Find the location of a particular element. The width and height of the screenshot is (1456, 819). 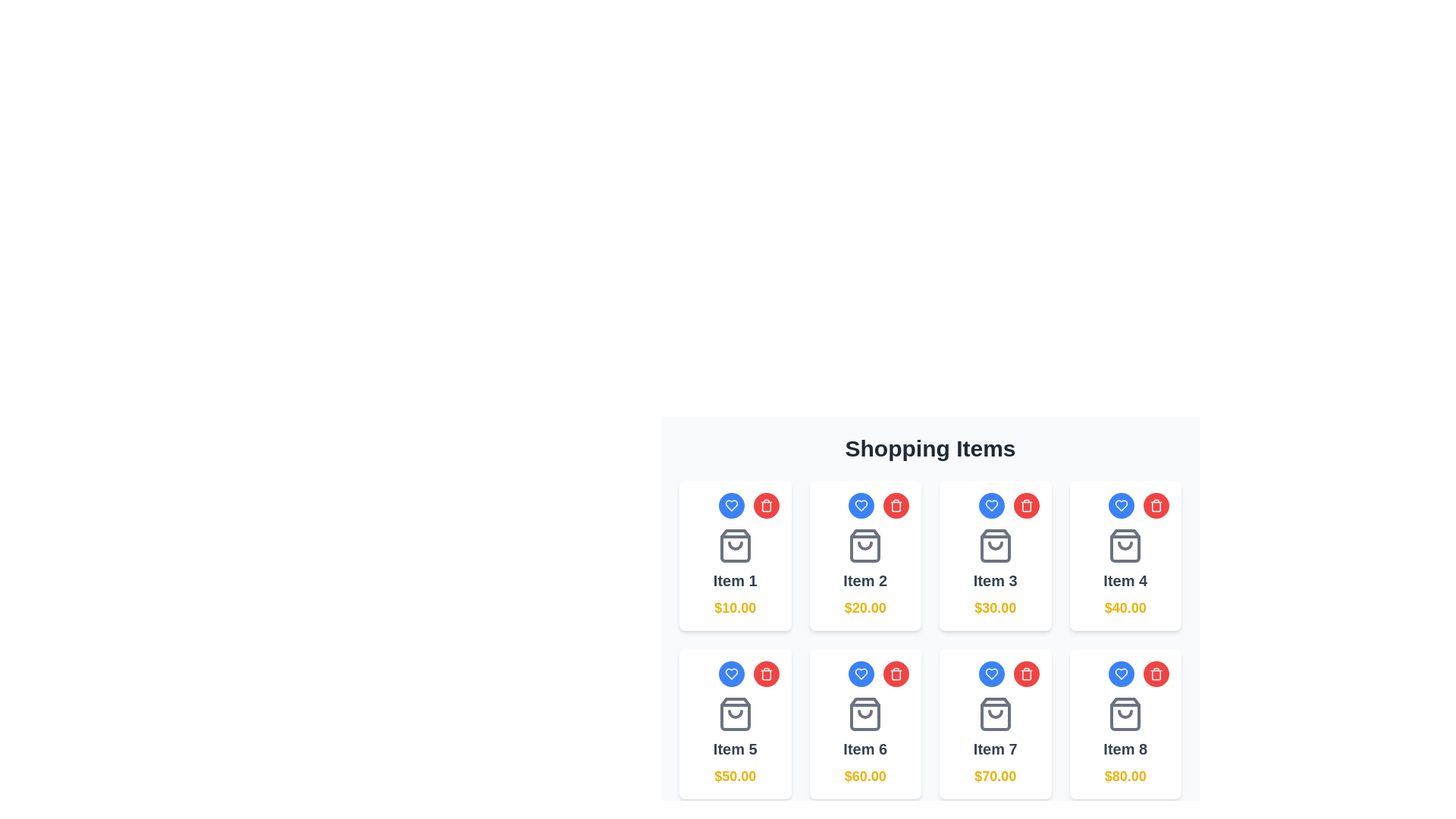

the delete button located in the top-right corner of the card for 'Item 4' is located at coordinates (1156, 506).